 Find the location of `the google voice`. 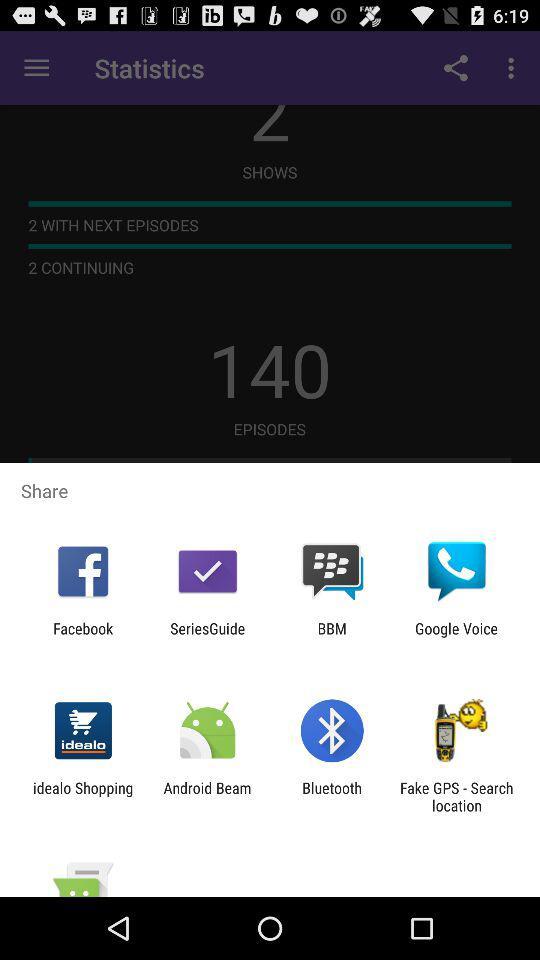

the google voice is located at coordinates (456, 636).